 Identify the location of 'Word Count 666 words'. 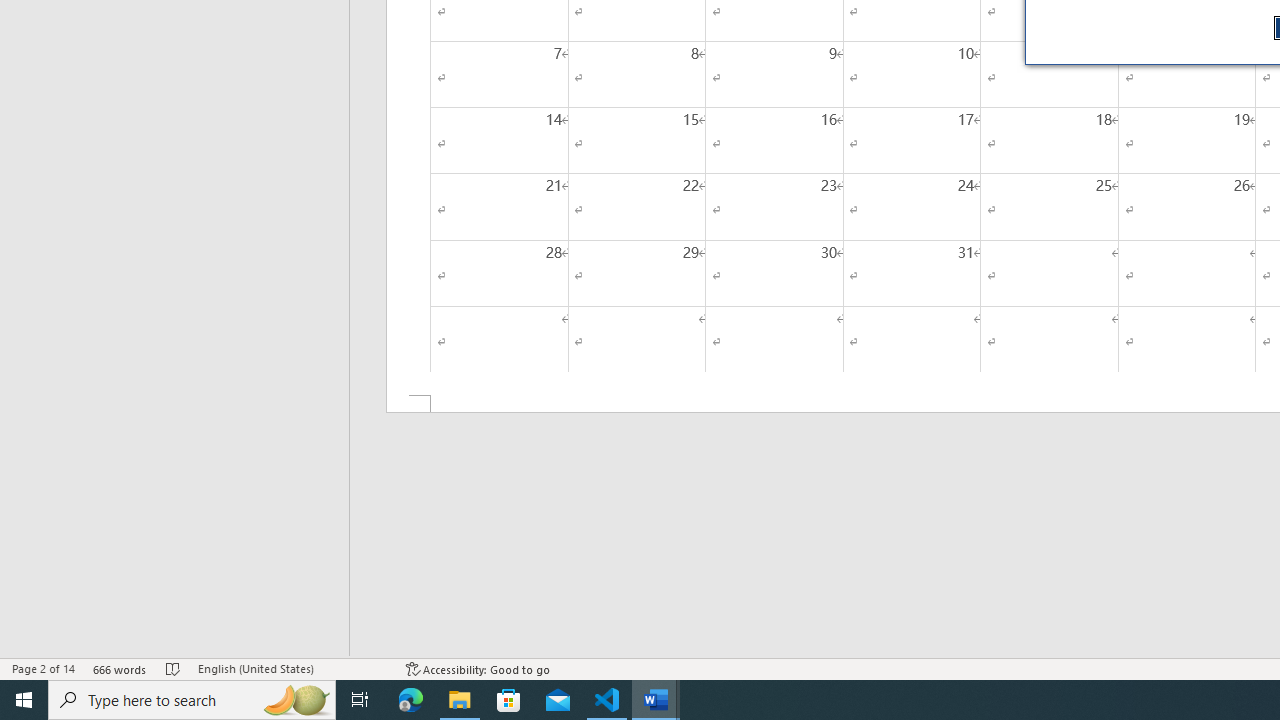
(119, 669).